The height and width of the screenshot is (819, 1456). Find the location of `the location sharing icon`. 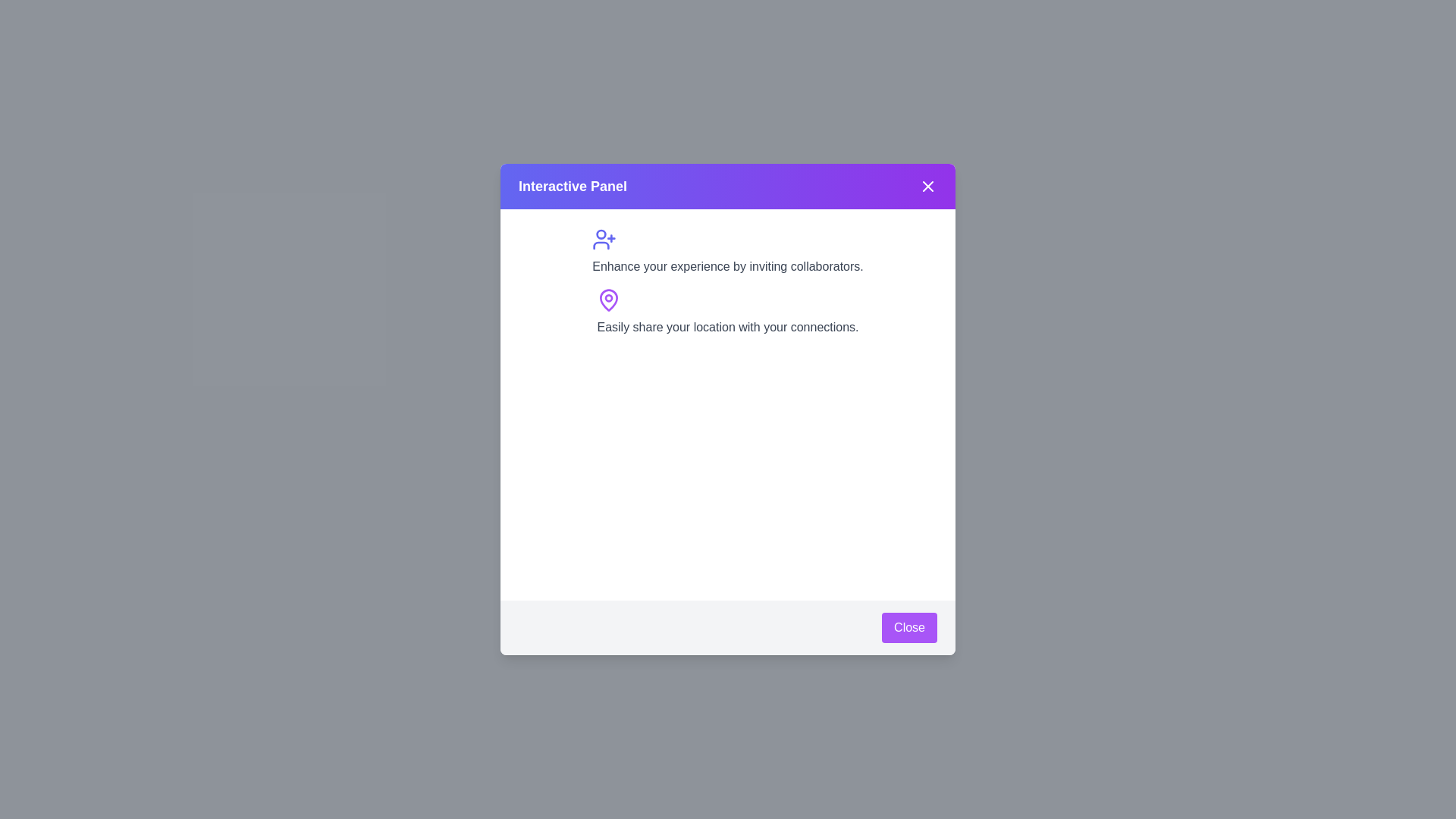

the location sharing icon is located at coordinates (609, 300).